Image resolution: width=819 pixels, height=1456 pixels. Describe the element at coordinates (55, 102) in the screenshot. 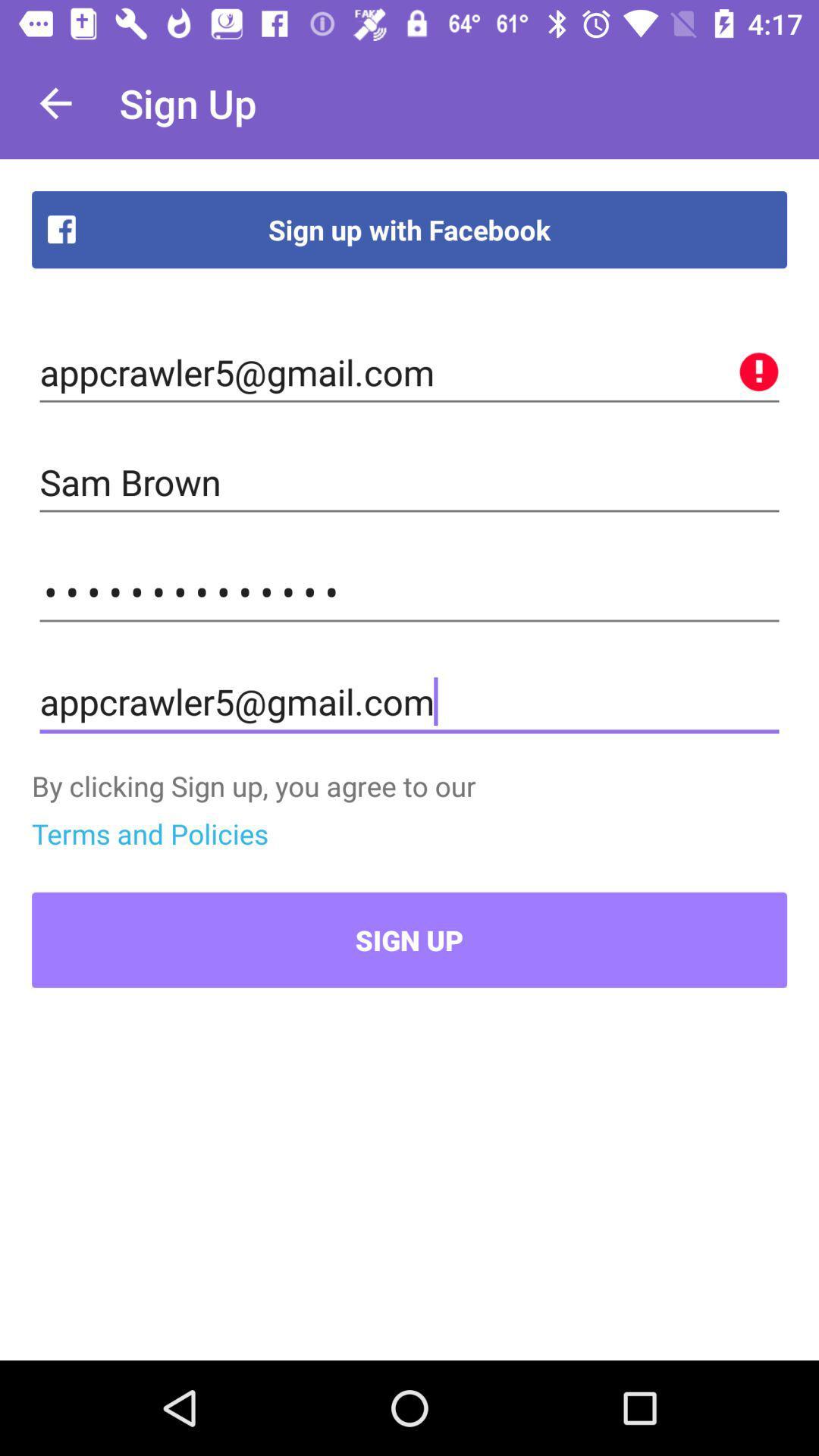

I see `icon above the sign up with item` at that location.